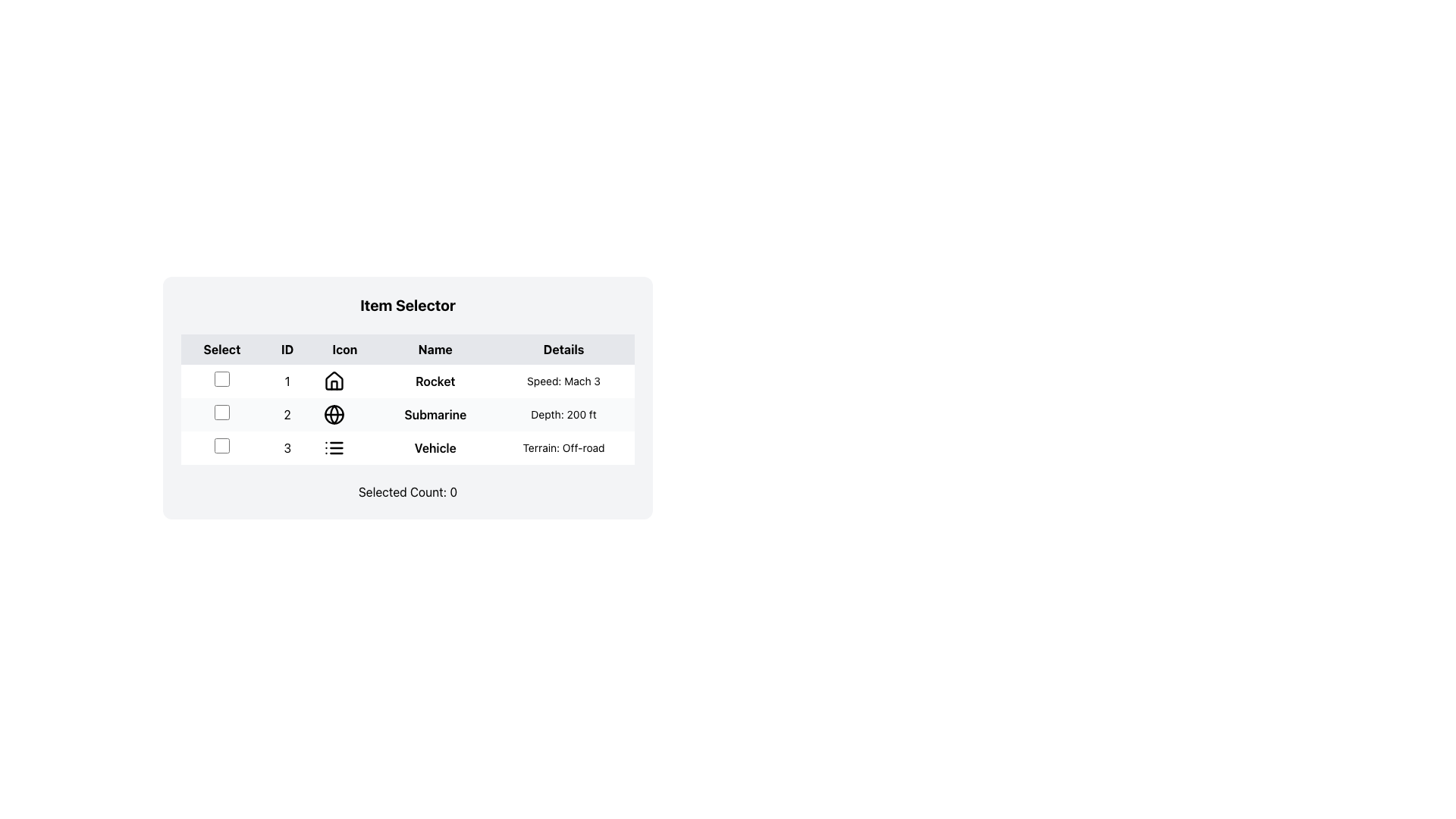  I want to click on the second checkbox, so click(221, 412).